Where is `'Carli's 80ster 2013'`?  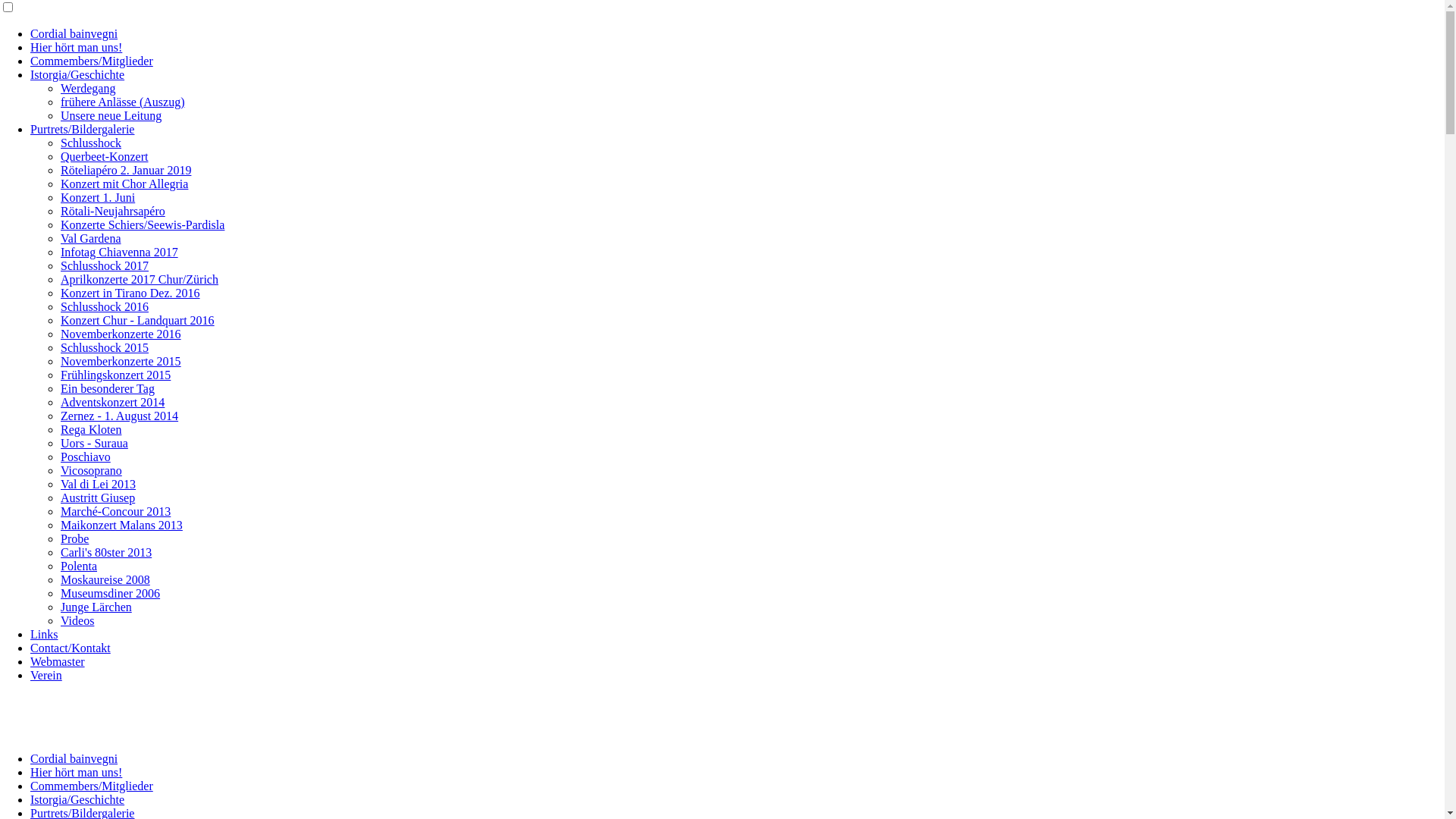
'Carli's 80ster 2013' is located at coordinates (105, 552).